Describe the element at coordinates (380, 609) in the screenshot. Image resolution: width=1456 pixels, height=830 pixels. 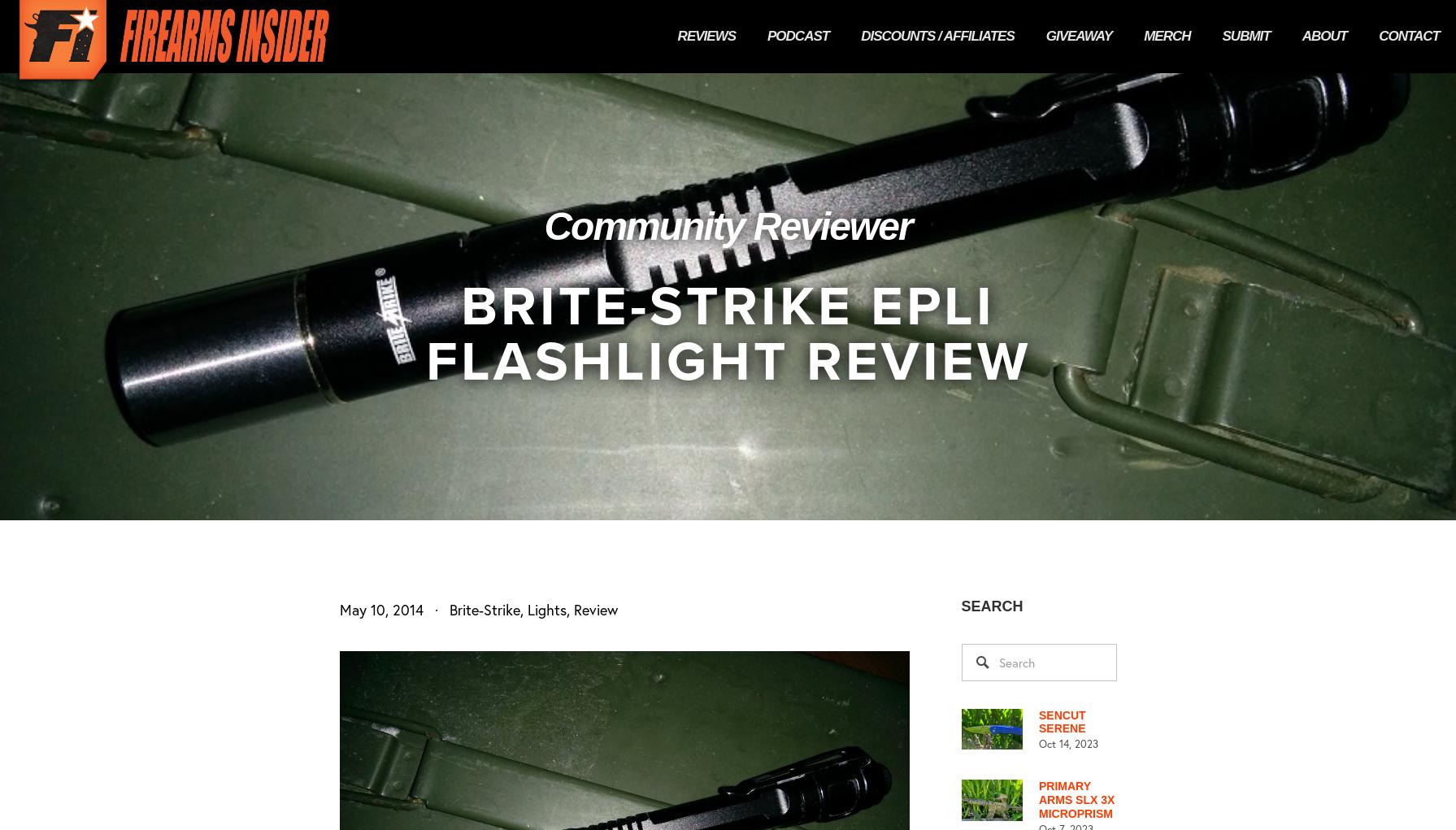
I see `'May 10, 2014'` at that location.